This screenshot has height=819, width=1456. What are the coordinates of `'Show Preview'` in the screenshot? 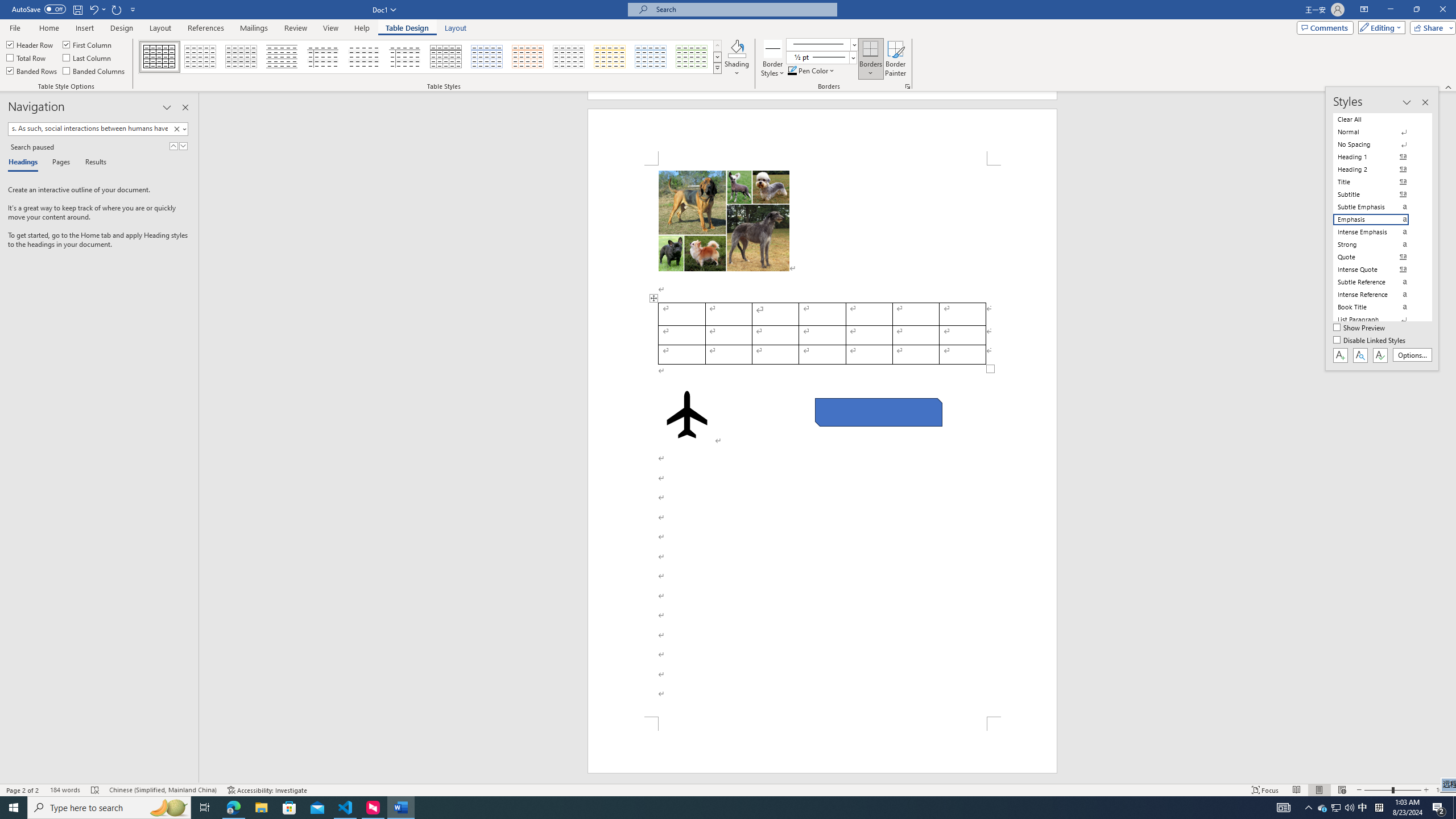 It's located at (1360, 328).